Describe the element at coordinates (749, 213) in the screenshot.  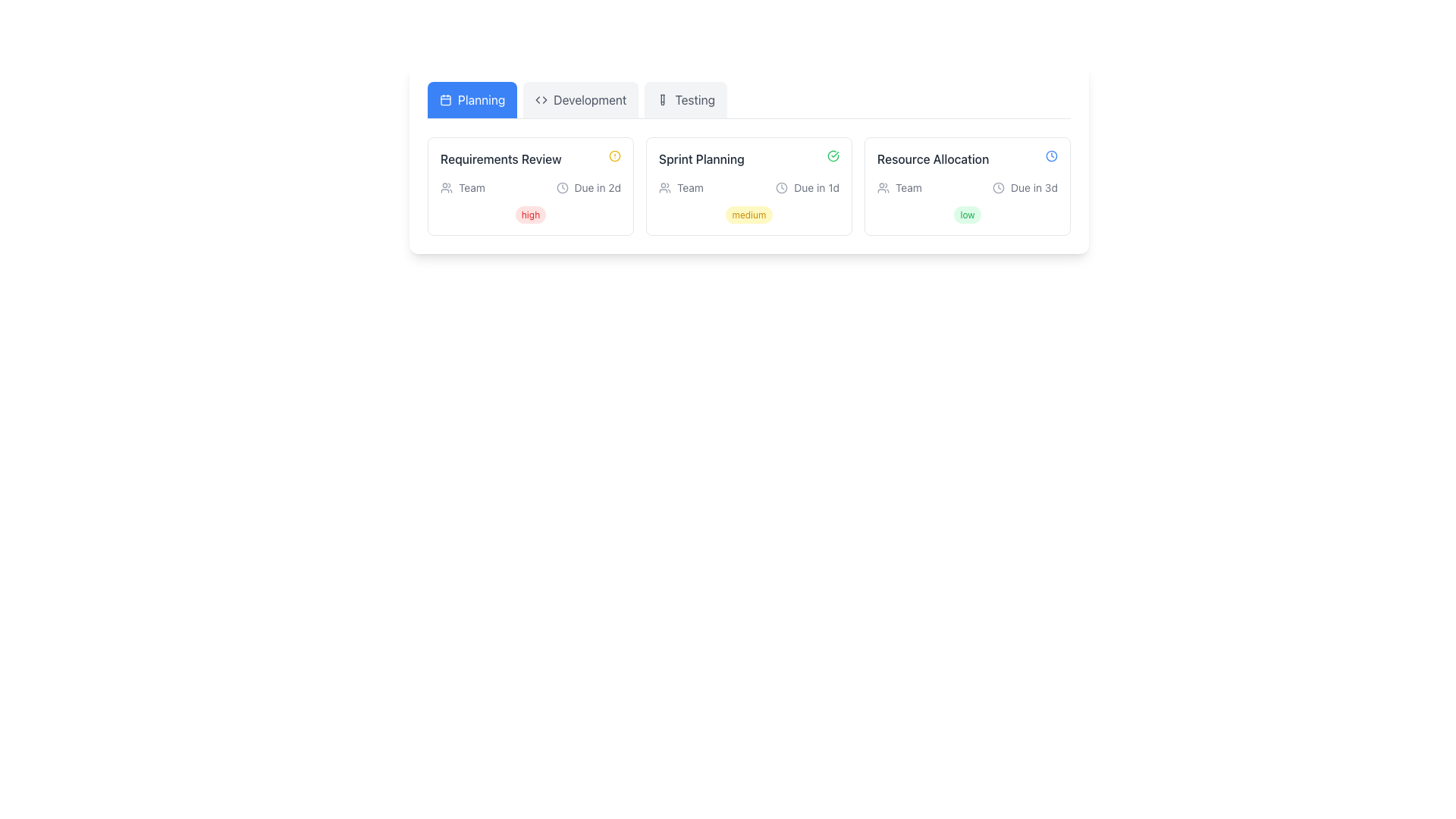
I see `the 'medium' status label or badge located within the 'Sprint Planning' card, positioned below the 'Team' and 'Due in 1d' indicators` at that location.